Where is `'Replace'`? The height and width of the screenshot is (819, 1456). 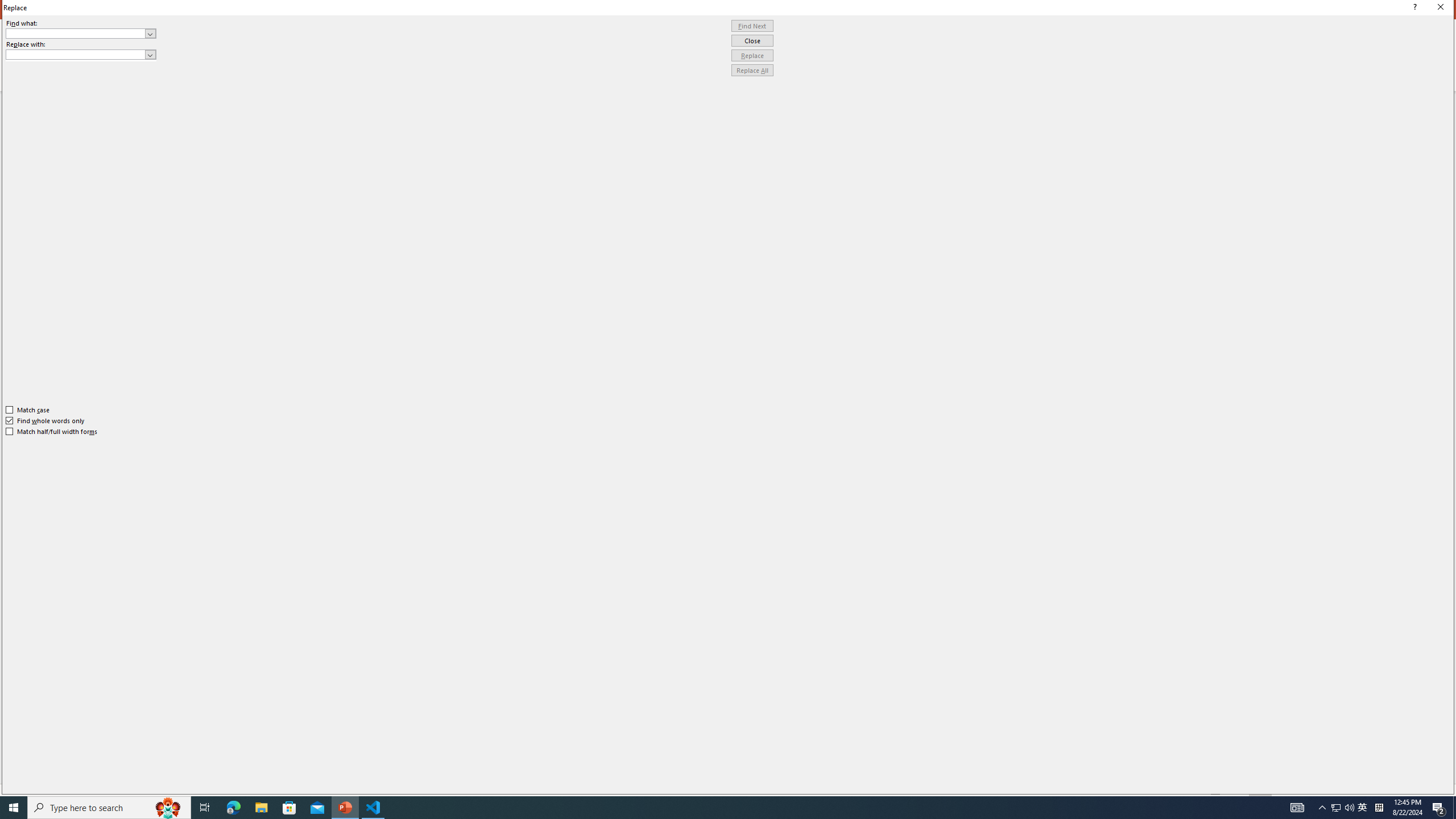 'Replace' is located at coordinates (752, 55).